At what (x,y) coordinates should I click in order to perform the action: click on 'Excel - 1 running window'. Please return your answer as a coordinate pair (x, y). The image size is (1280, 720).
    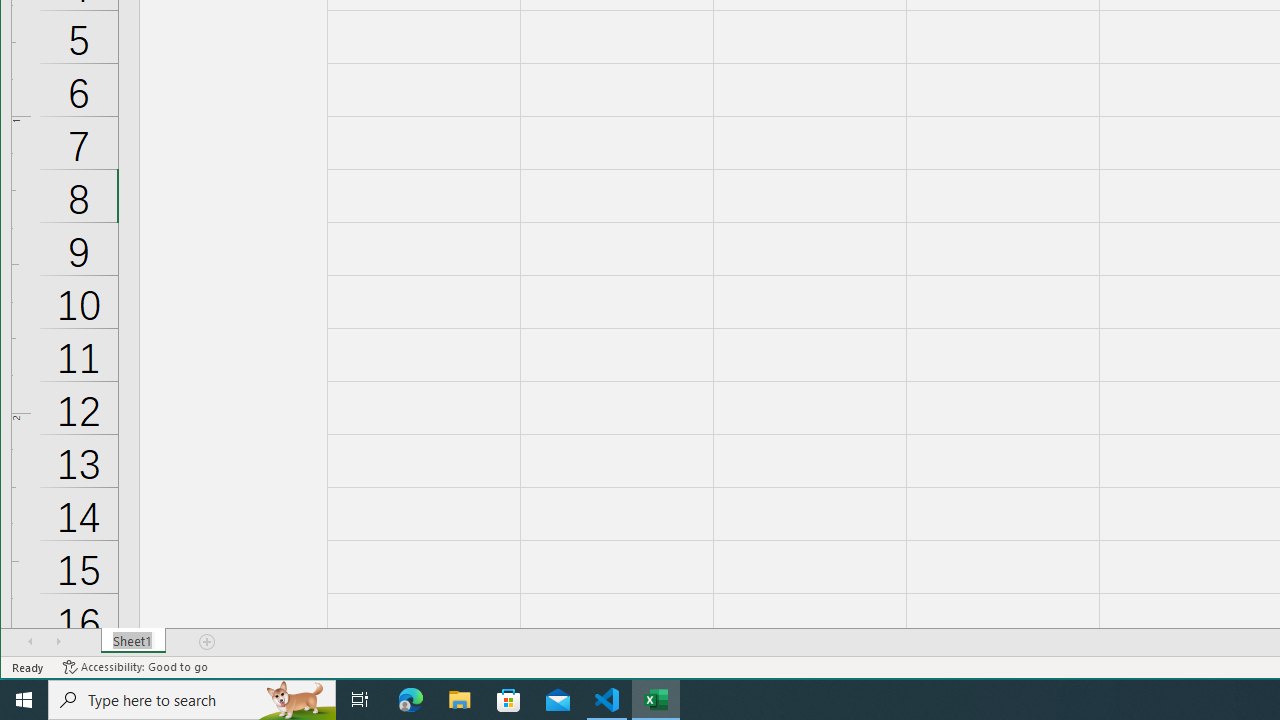
    Looking at the image, I should click on (656, 698).